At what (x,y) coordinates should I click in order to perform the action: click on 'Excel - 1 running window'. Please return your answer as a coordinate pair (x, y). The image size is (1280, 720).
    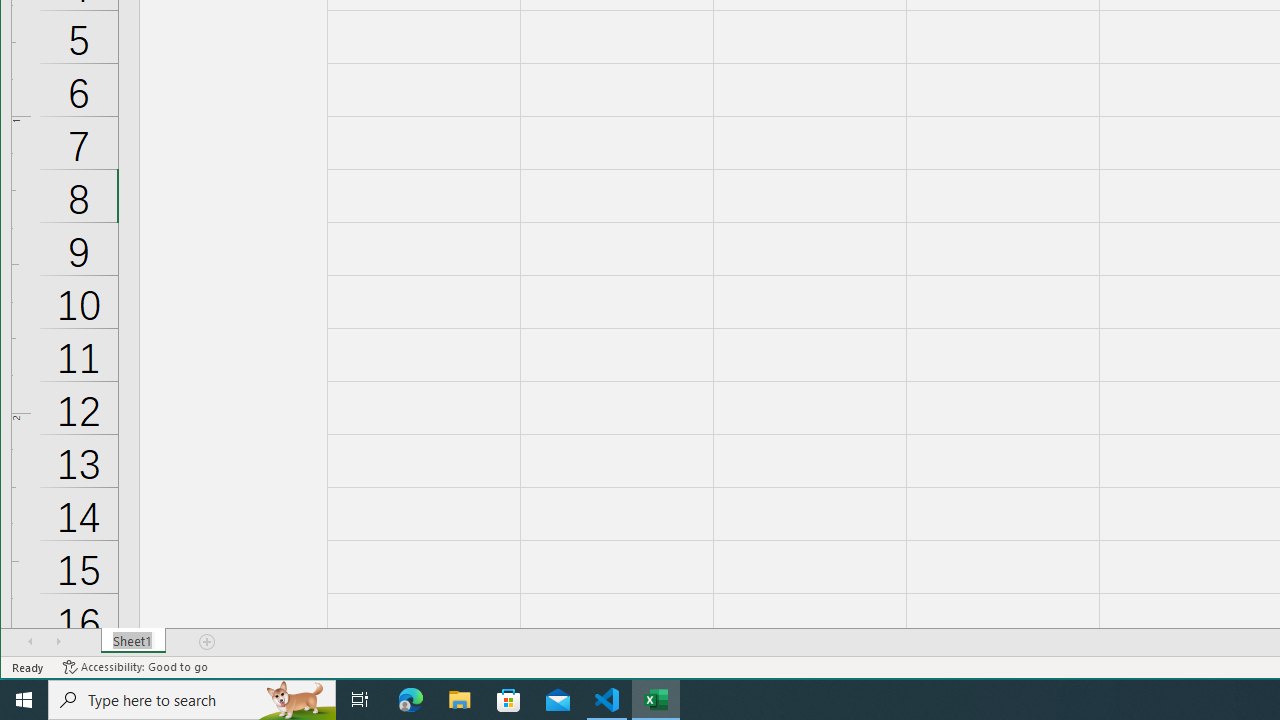
    Looking at the image, I should click on (656, 698).